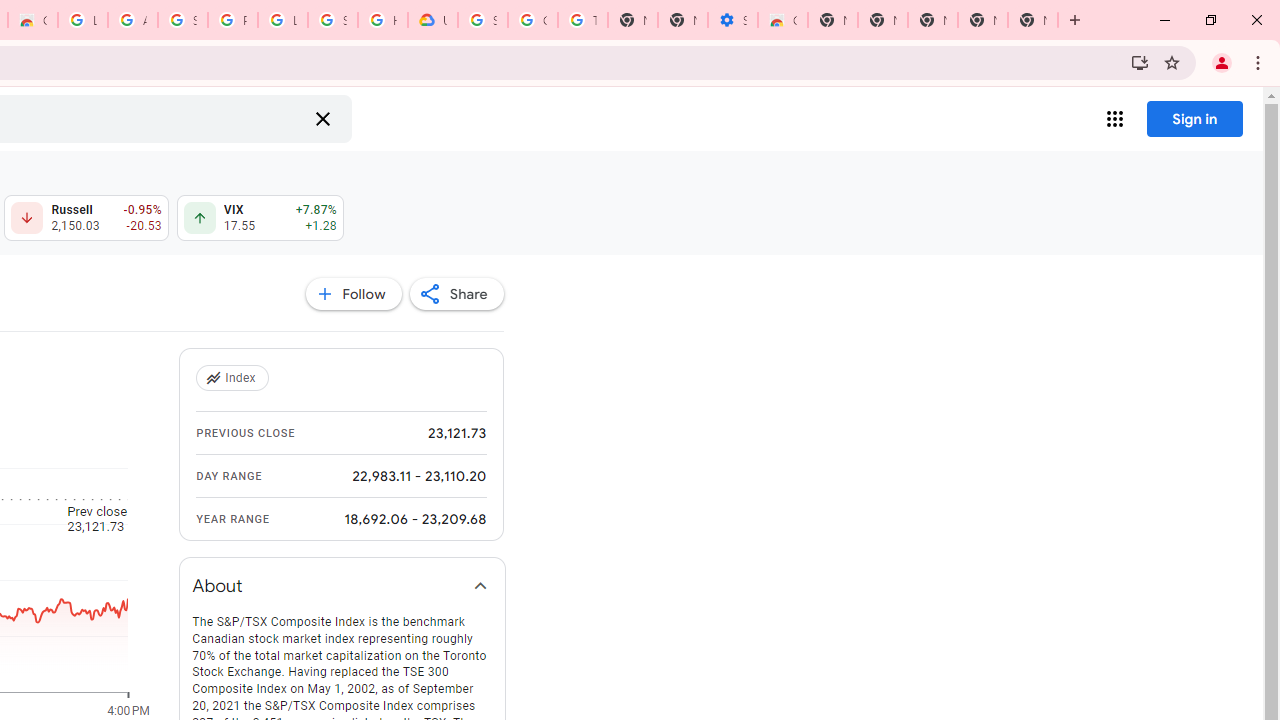 This screenshot has height=720, width=1280. I want to click on 'Sign in - Google Accounts', so click(333, 20).